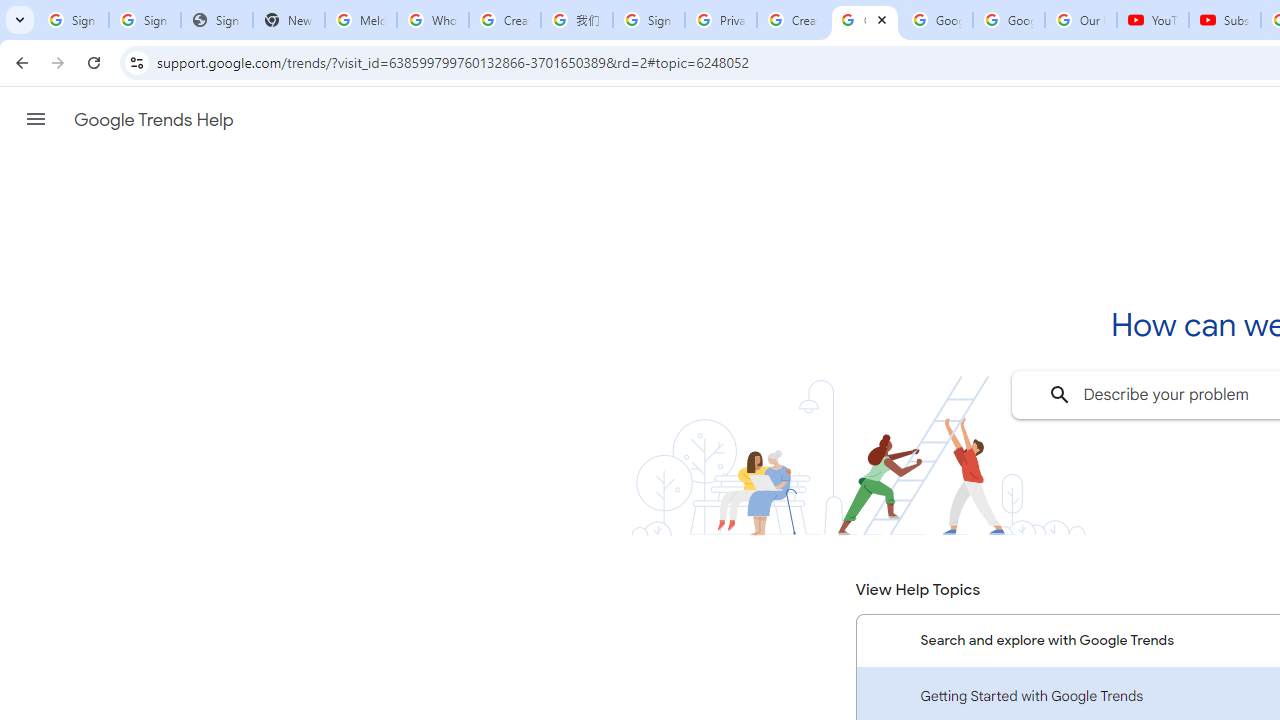 This screenshot has height=720, width=1280. What do you see at coordinates (431, 20) in the screenshot?
I see `'Who is my administrator? - Google Account Help'` at bounding box center [431, 20].